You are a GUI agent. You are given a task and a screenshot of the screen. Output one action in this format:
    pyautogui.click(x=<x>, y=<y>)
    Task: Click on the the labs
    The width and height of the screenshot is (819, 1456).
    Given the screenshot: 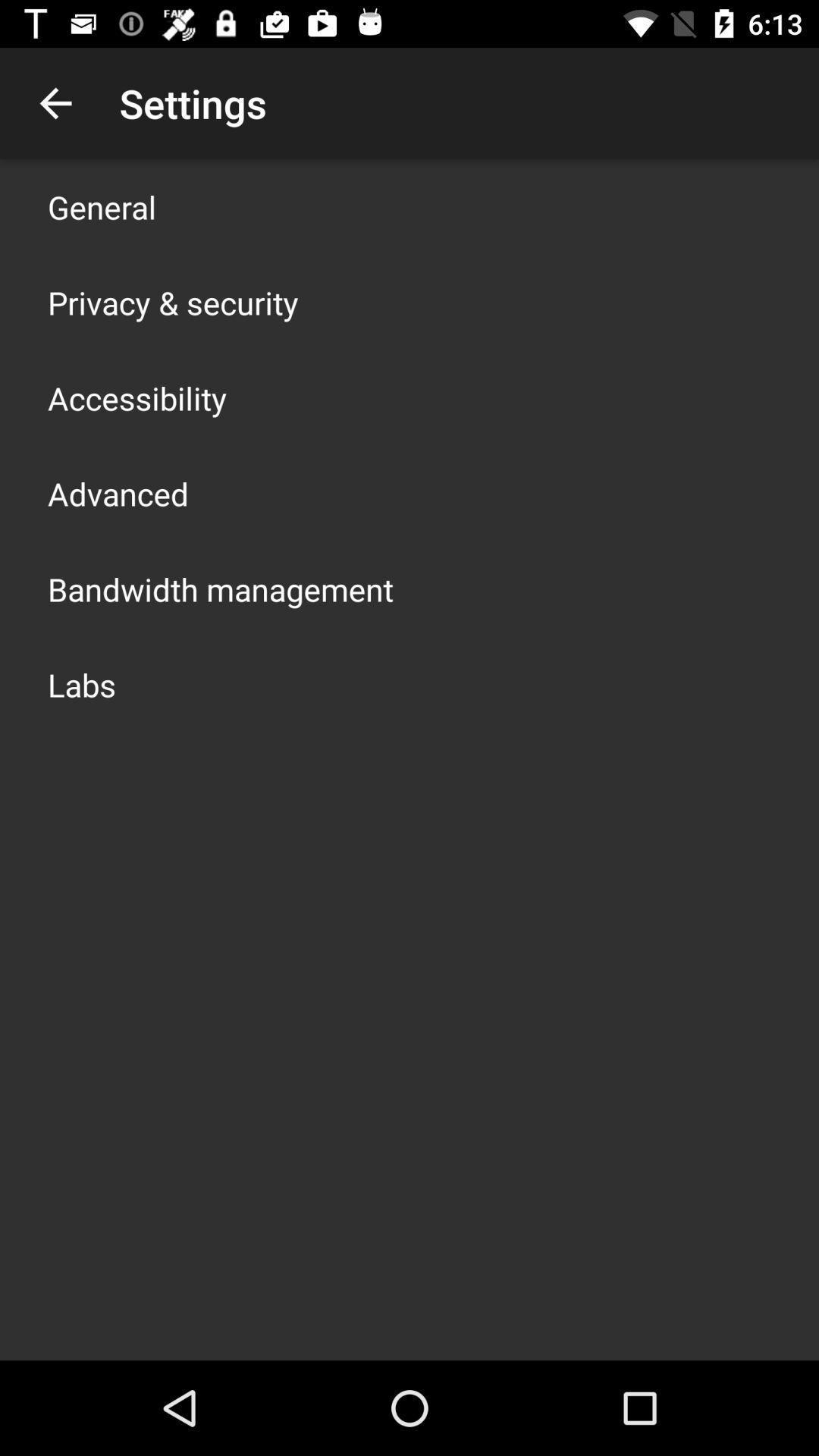 What is the action you would take?
    pyautogui.click(x=82, y=683)
    